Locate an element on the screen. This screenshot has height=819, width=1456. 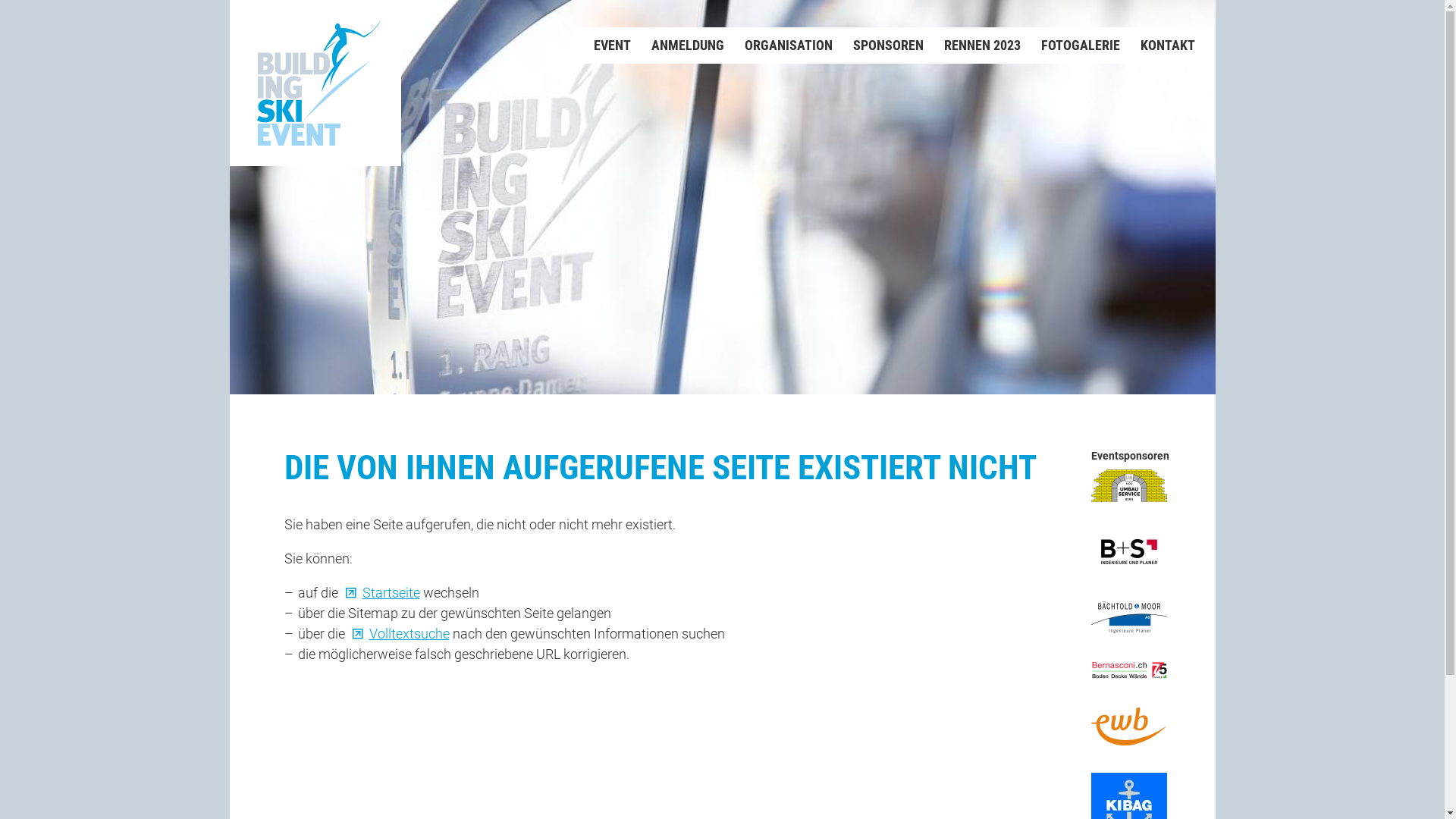
'Startseite' is located at coordinates (340, 591).